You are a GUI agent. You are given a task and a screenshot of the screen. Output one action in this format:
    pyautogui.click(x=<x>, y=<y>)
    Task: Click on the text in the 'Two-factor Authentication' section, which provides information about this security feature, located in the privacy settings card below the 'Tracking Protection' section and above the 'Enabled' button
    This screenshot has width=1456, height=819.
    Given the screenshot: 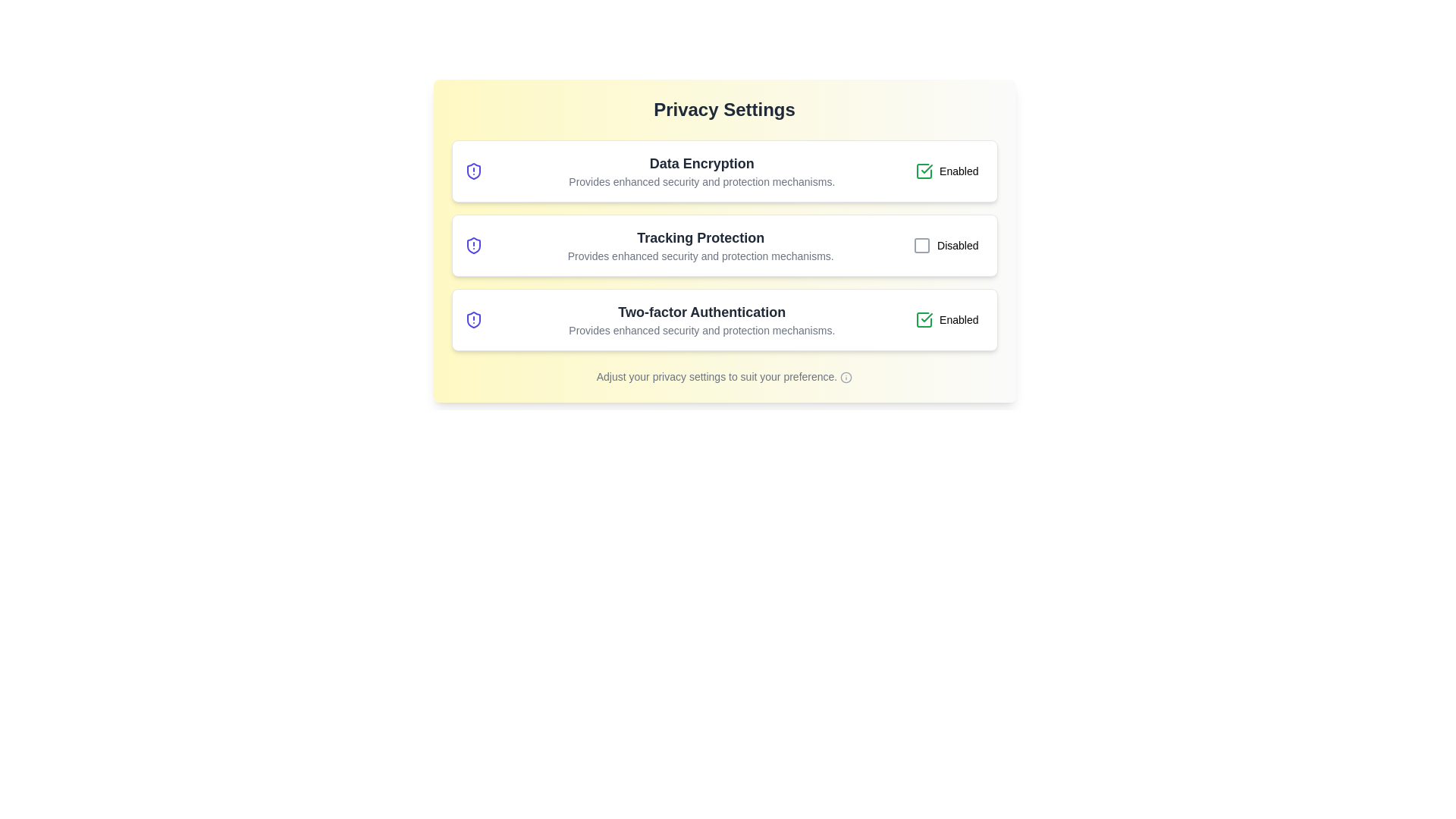 What is the action you would take?
    pyautogui.click(x=701, y=318)
    